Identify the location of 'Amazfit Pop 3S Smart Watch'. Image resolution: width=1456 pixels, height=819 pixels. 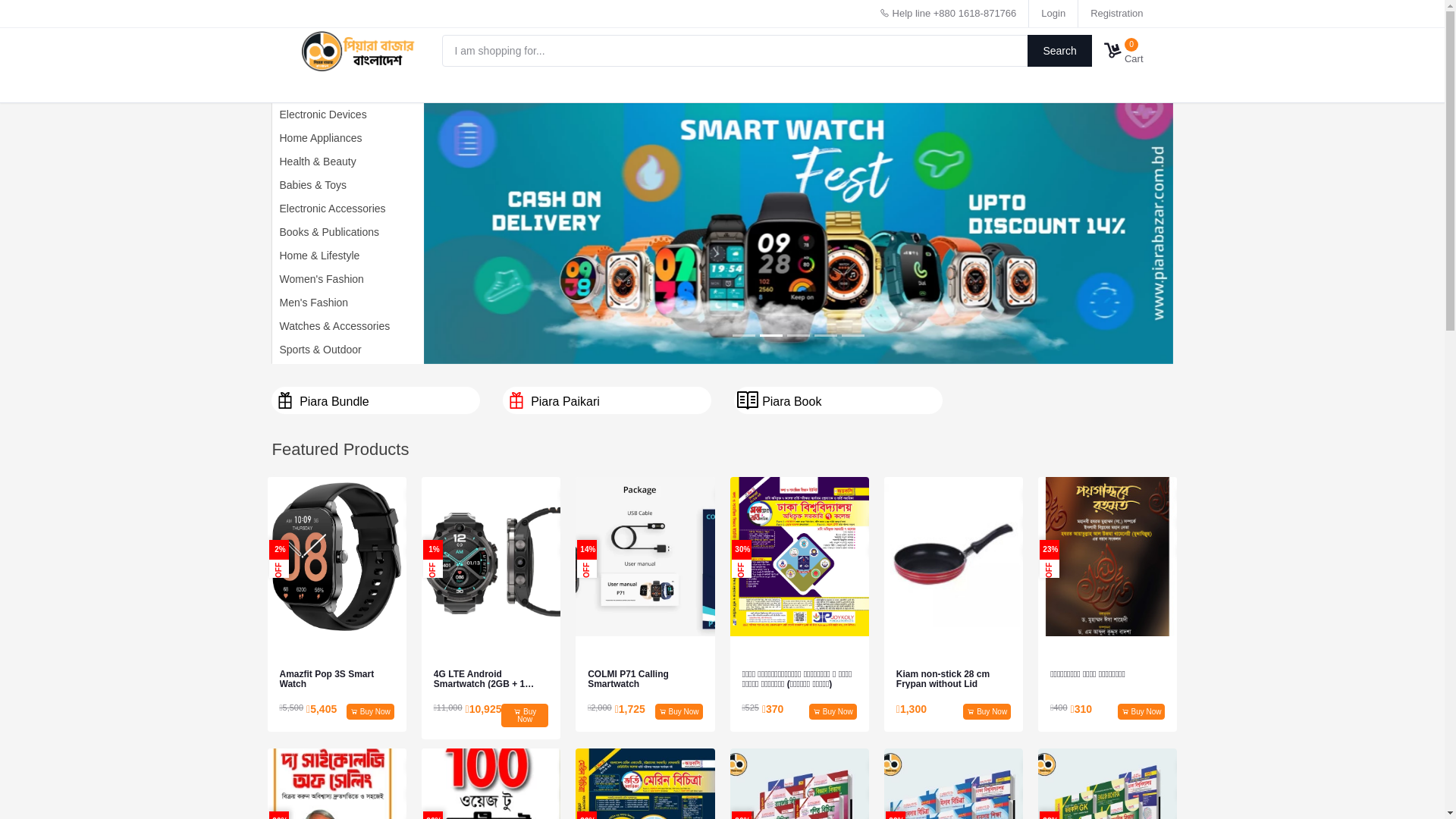
(336, 678).